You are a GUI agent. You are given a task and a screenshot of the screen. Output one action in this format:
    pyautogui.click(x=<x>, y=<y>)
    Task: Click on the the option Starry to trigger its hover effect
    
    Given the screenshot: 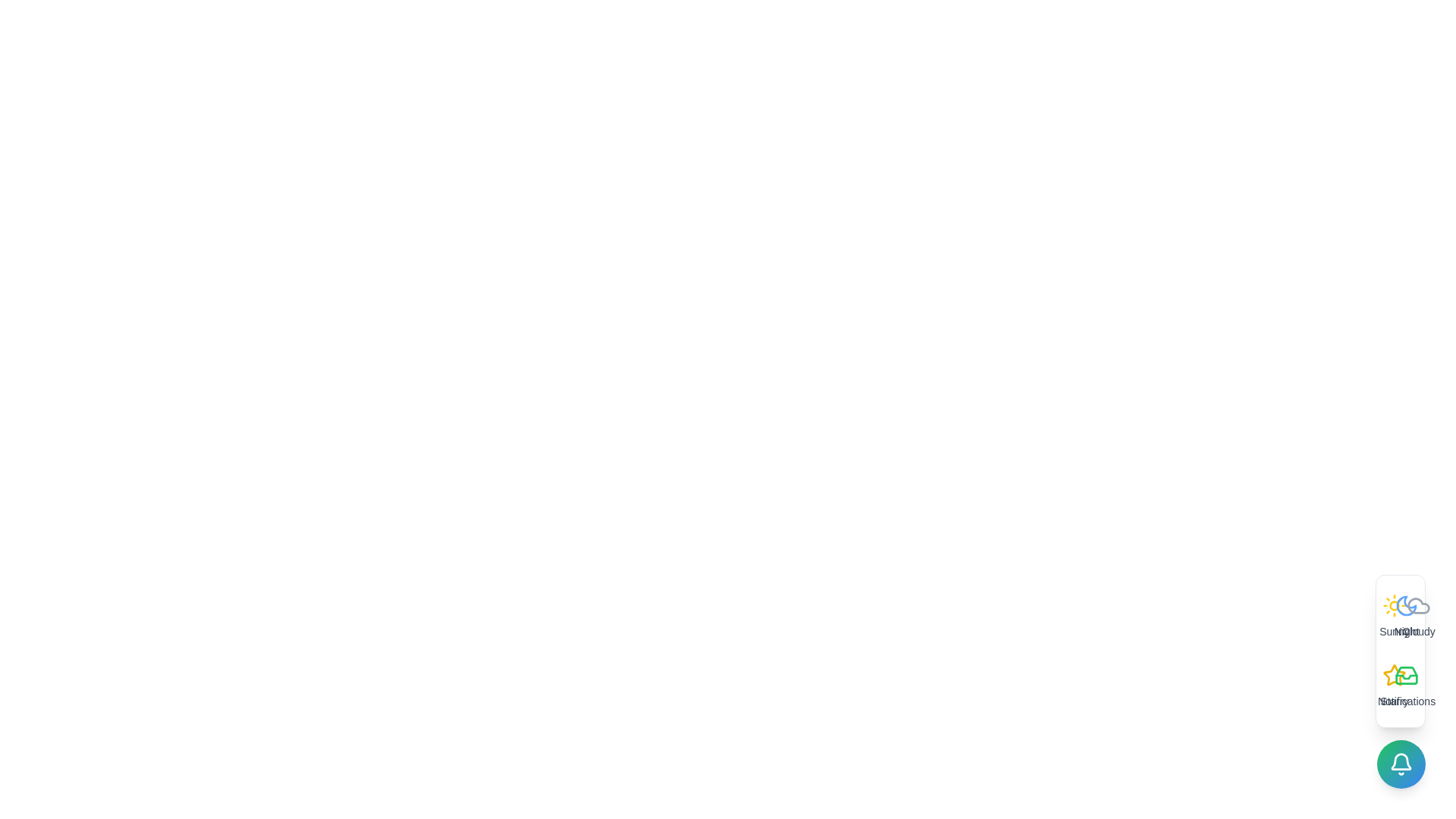 What is the action you would take?
    pyautogui.click(x=1394, y=686)
    